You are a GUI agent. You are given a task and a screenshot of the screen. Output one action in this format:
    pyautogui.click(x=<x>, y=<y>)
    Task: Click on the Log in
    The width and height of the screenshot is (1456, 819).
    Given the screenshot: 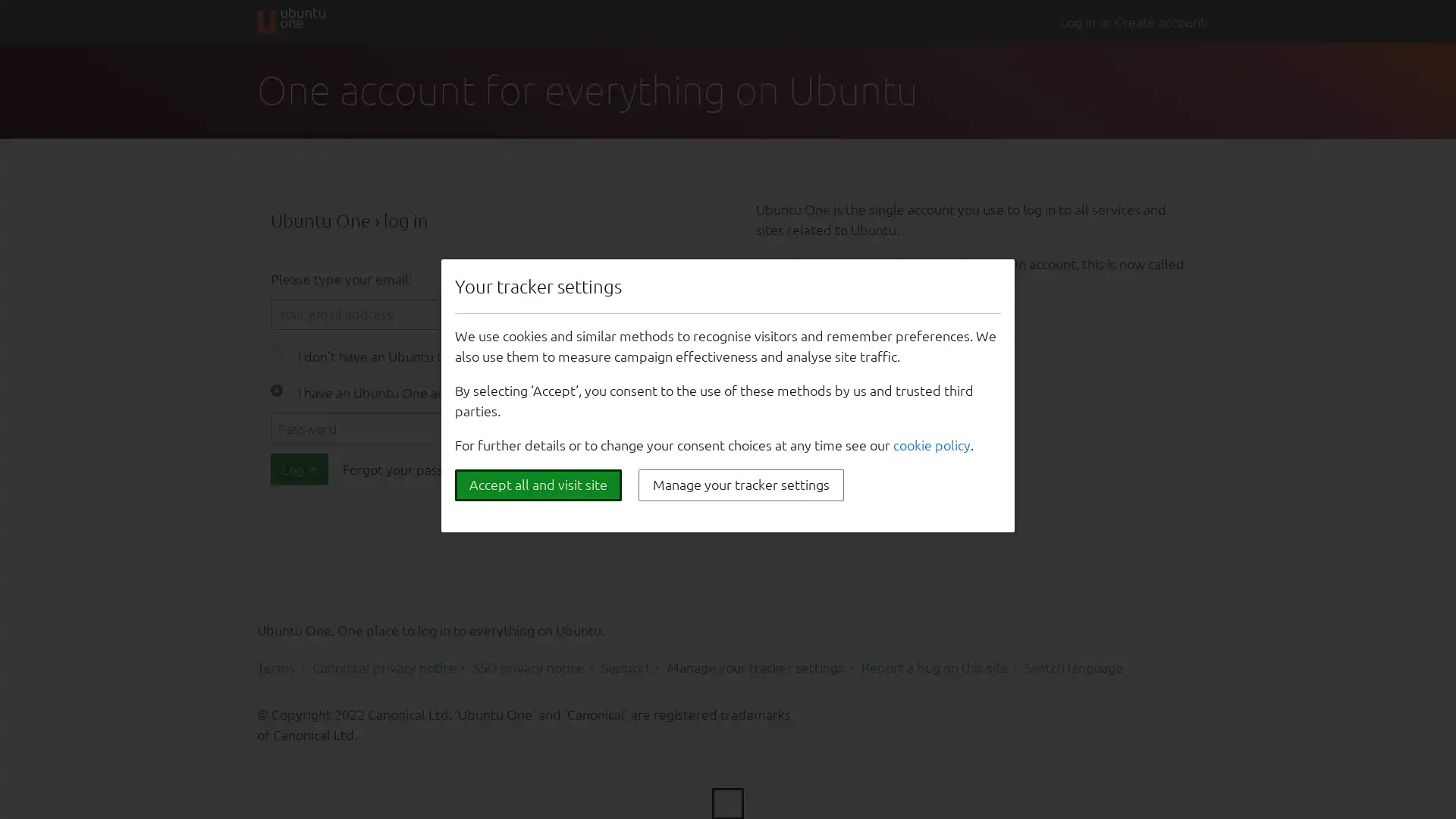 What is the action you would take?
    pyautogui.click(x=299, y=468)
    